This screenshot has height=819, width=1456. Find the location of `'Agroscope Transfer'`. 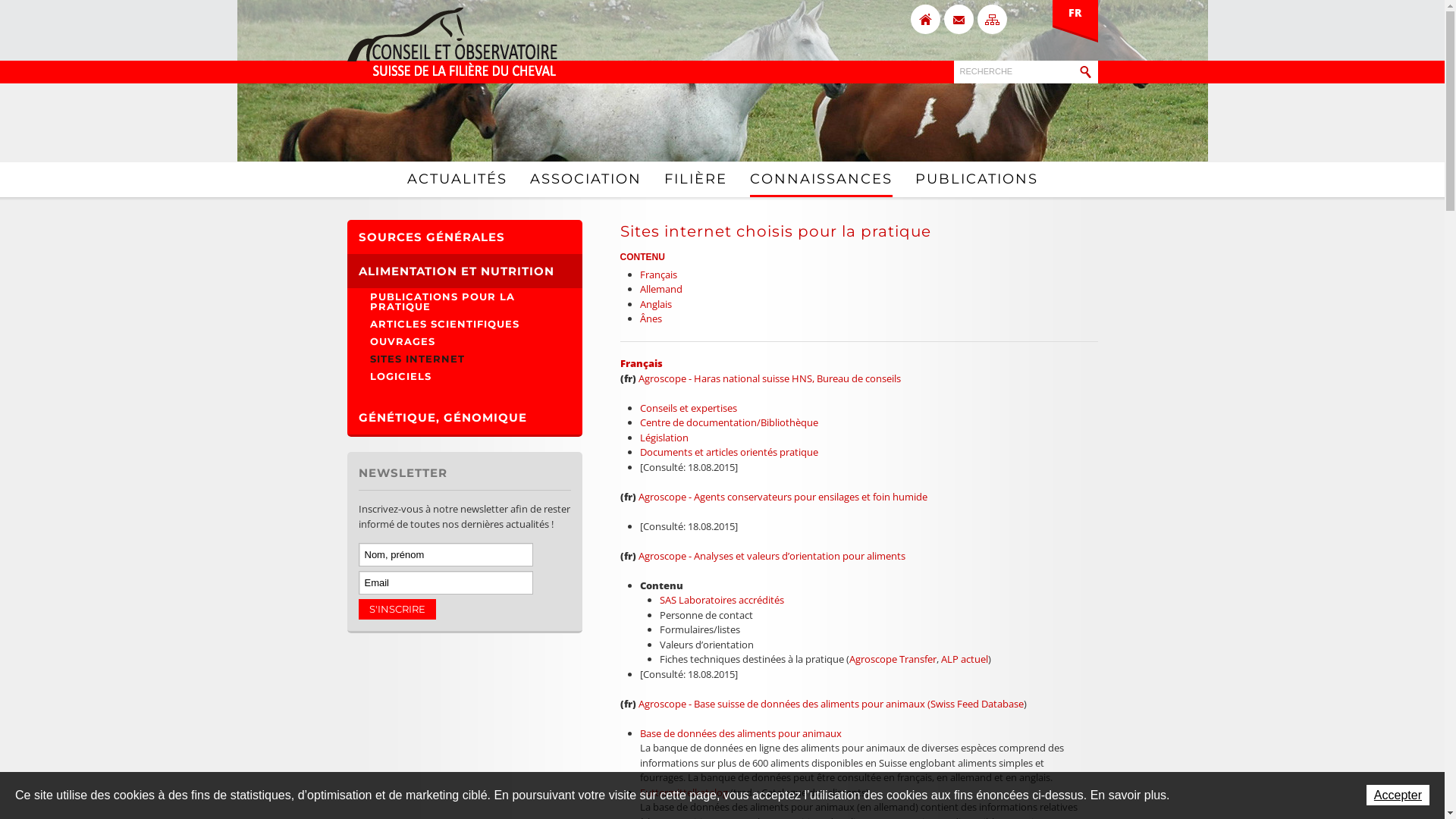

'Agroscope Transfer' is located at coordinates (893, 657).